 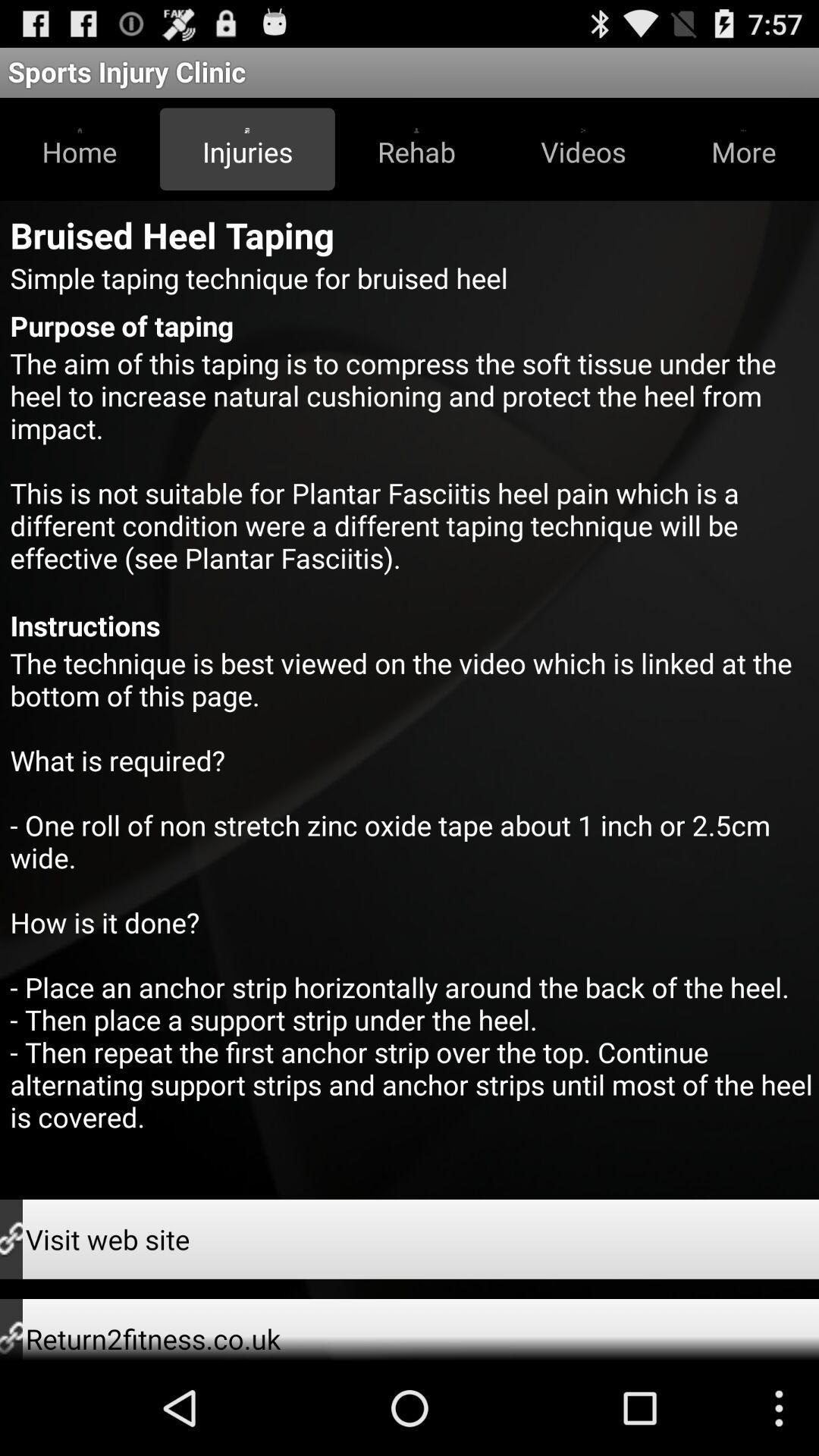 What do you see at coordinates (582, 149) in the screenshot?
I see `button to the left of more` at bounding box center [582, 149].